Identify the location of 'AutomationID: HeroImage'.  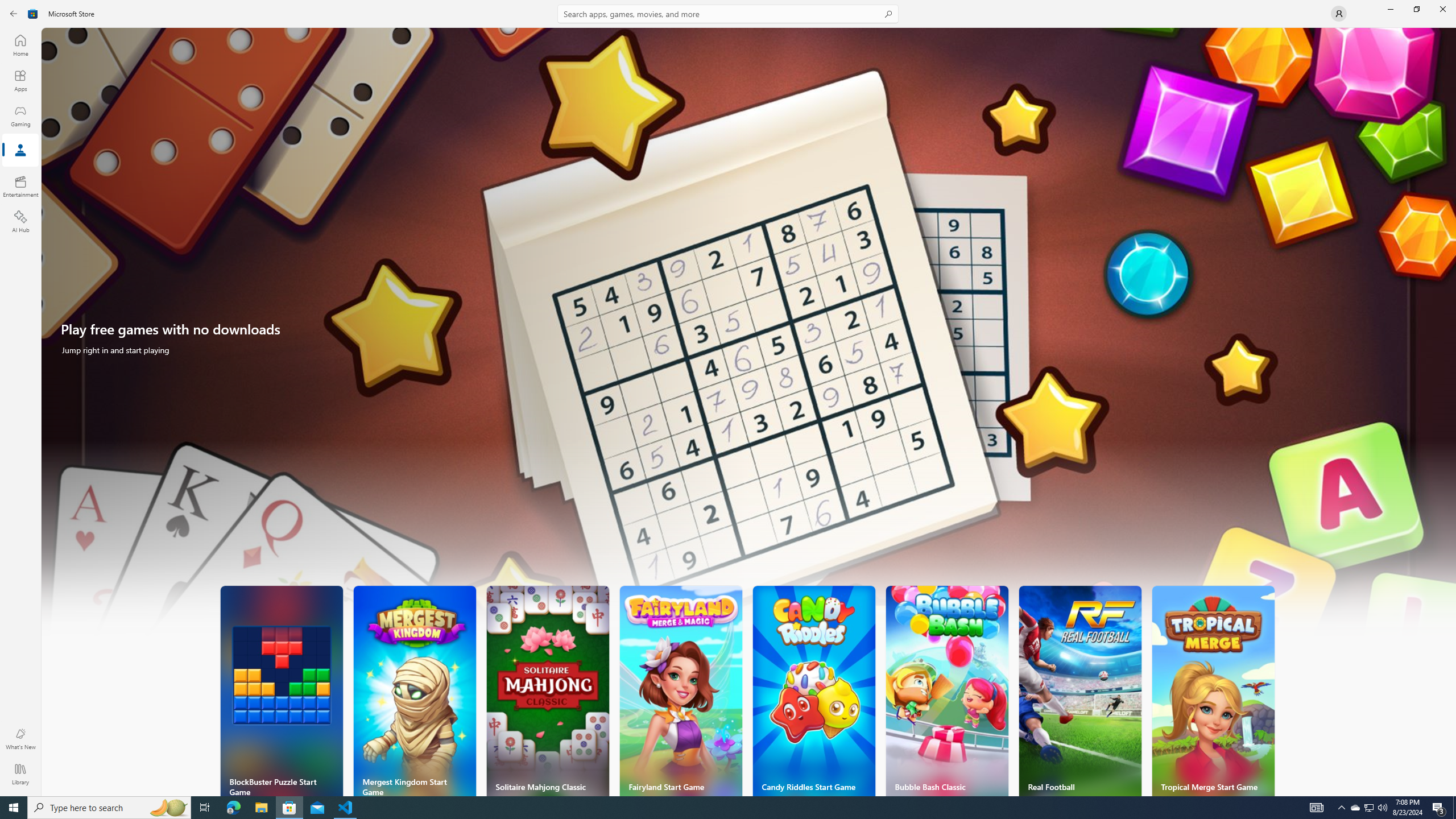
(748, 337).